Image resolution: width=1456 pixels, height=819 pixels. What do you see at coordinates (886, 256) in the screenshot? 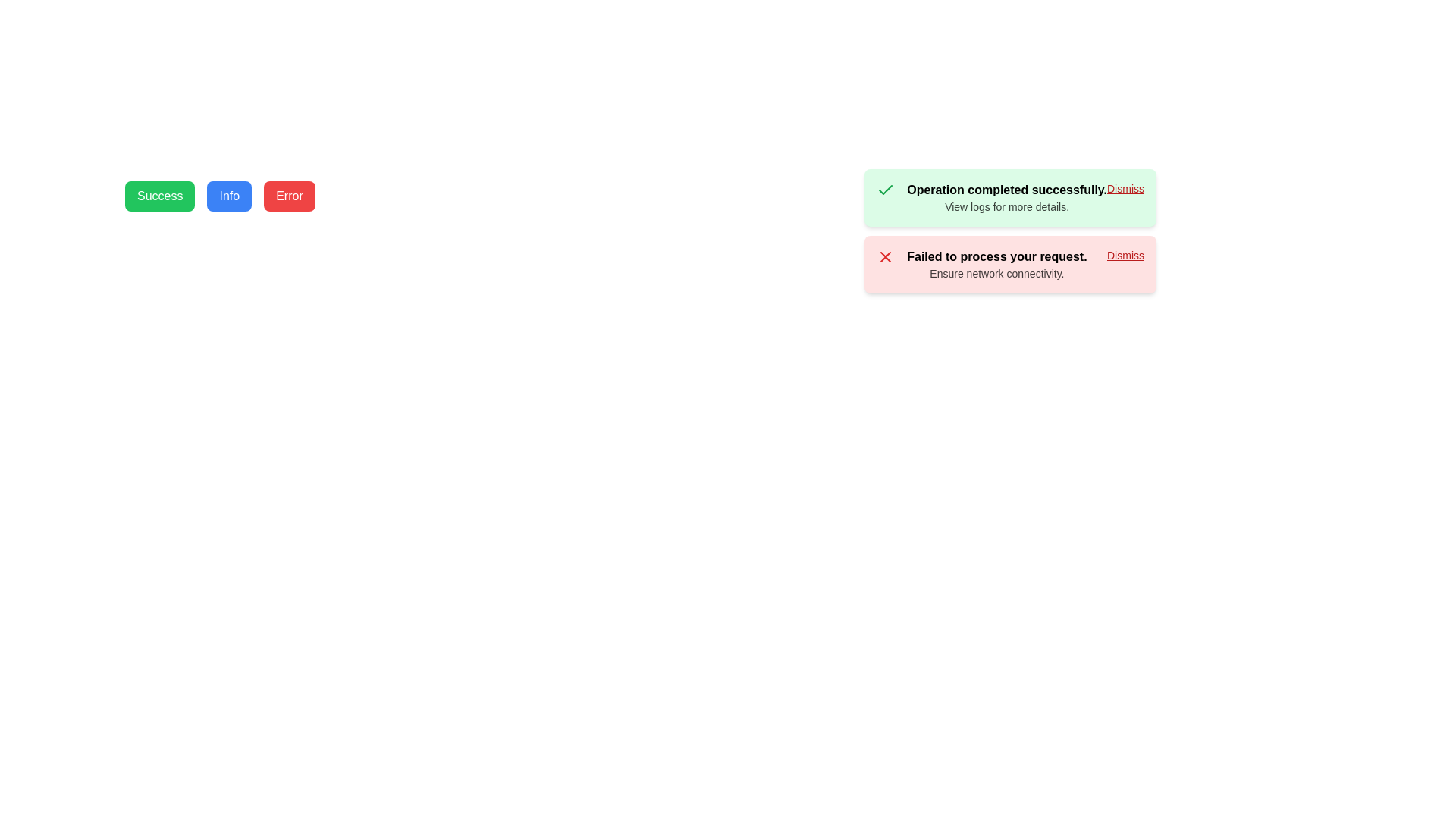
I see `the red 'X' icon, which is a minimalist design consisting of two diagonal lines crossing each other, located to the left of the text 'Failed to process your request.'` at bounding box center [886, 256].